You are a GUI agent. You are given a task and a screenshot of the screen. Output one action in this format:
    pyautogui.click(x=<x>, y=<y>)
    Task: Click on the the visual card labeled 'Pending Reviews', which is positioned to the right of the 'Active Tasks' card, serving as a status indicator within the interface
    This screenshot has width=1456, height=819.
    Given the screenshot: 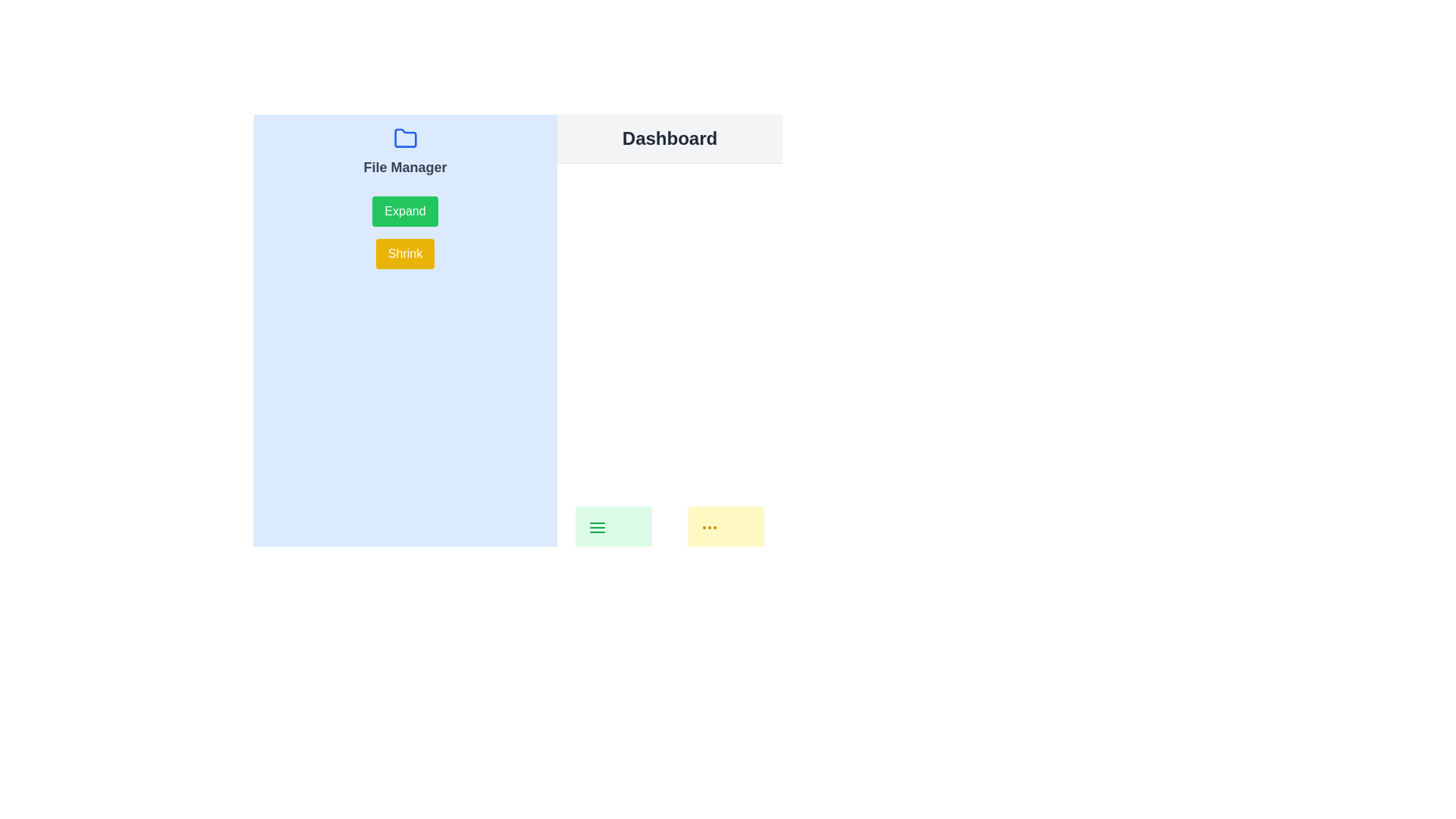 What is the action you would take?
    pyautogui.click(x=725, y=548)
    